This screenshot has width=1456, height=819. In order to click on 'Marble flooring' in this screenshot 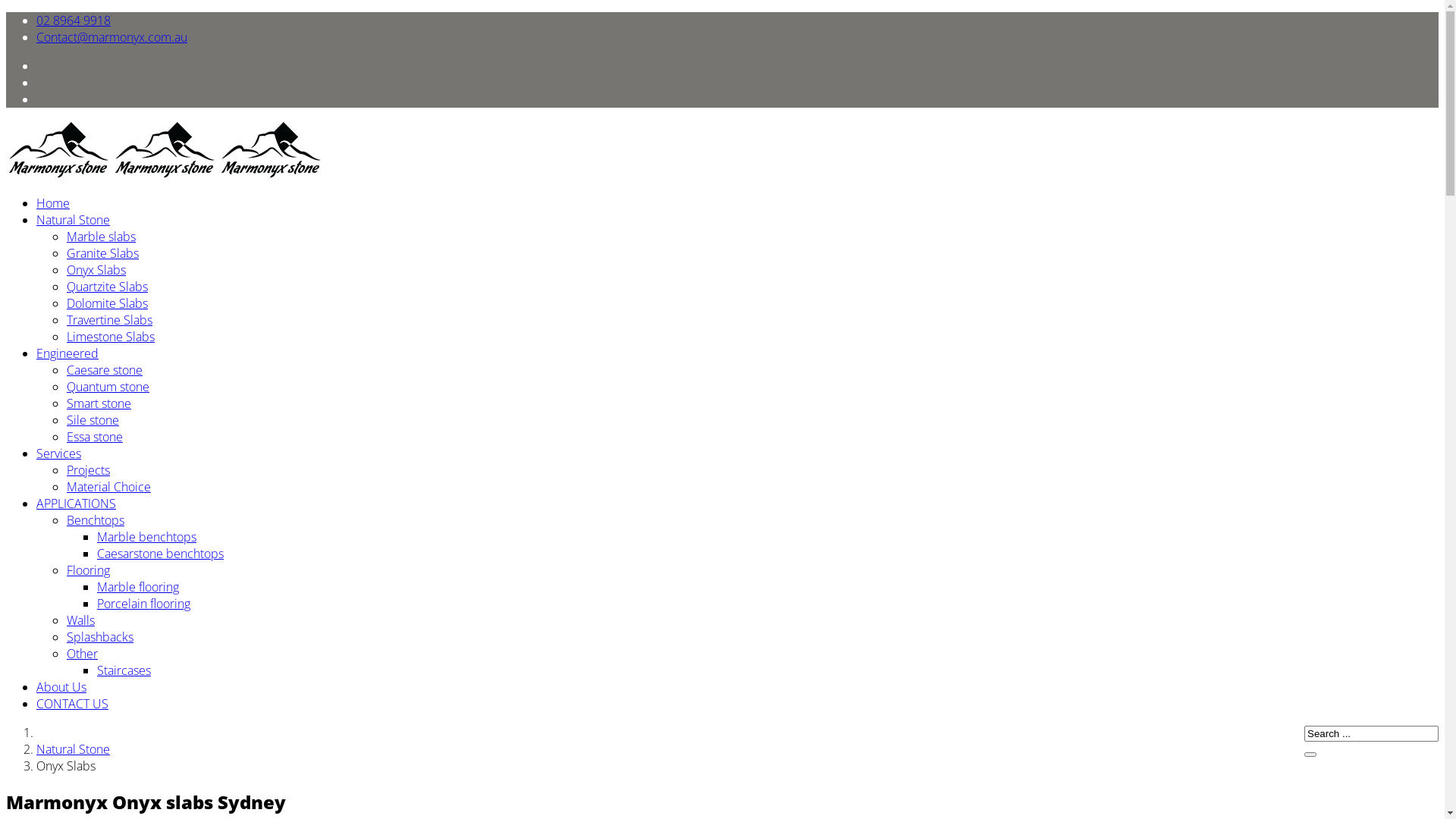, I will do `click(138, 586)`.